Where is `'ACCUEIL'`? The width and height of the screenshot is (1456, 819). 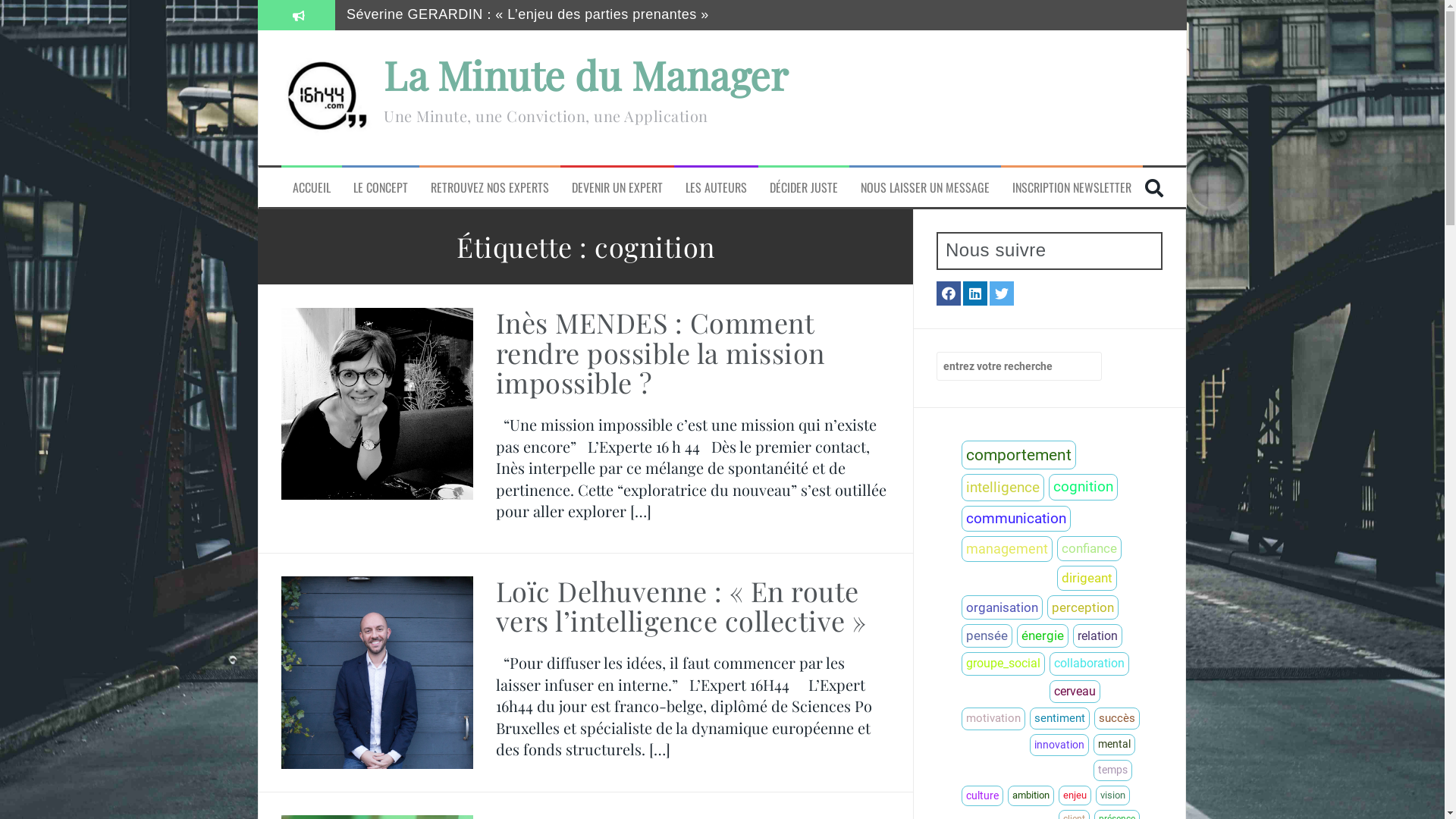 'ACCUEIL' is located at coordinates (311, 187).